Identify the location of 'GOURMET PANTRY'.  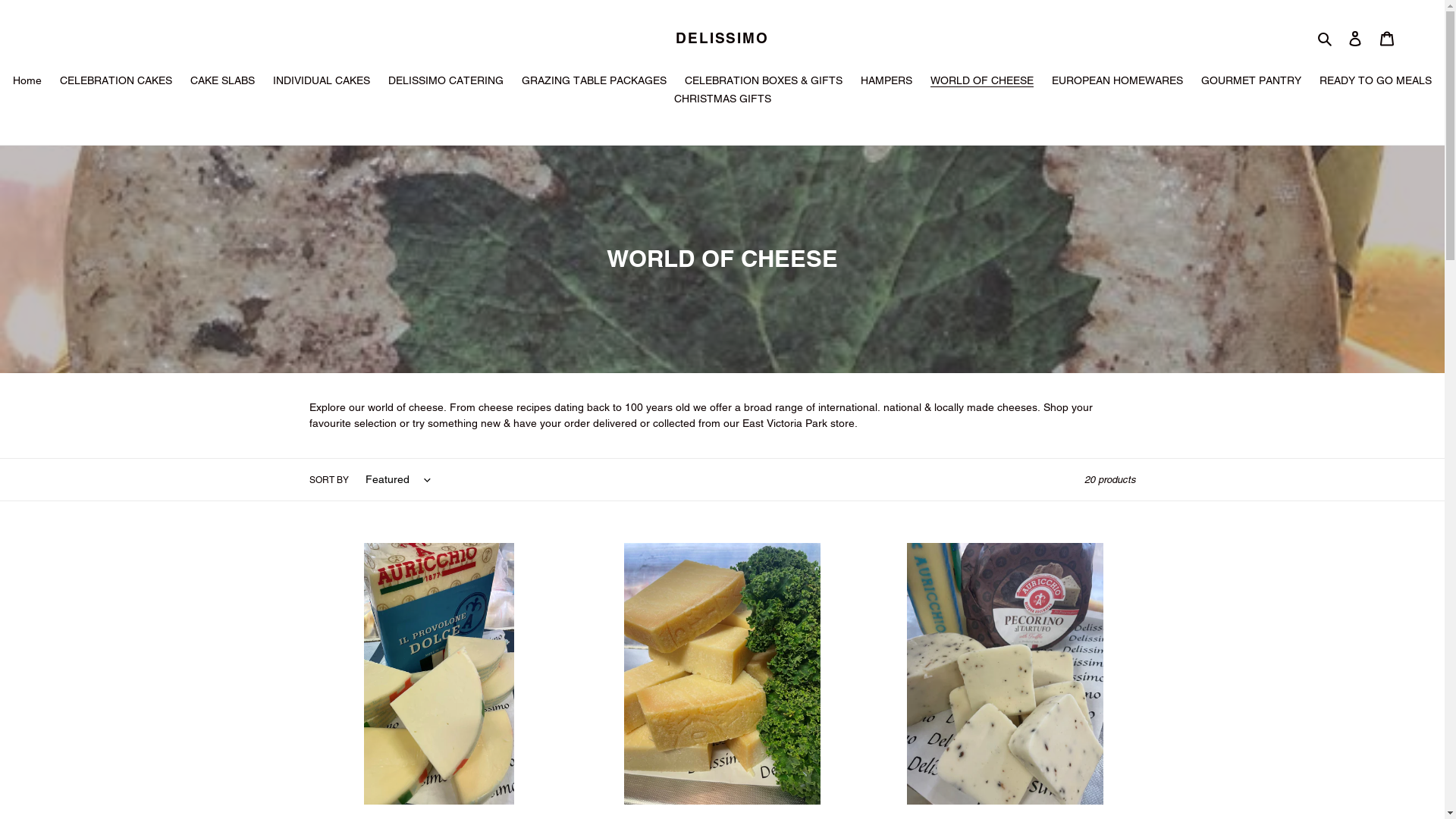
(1251, 82).